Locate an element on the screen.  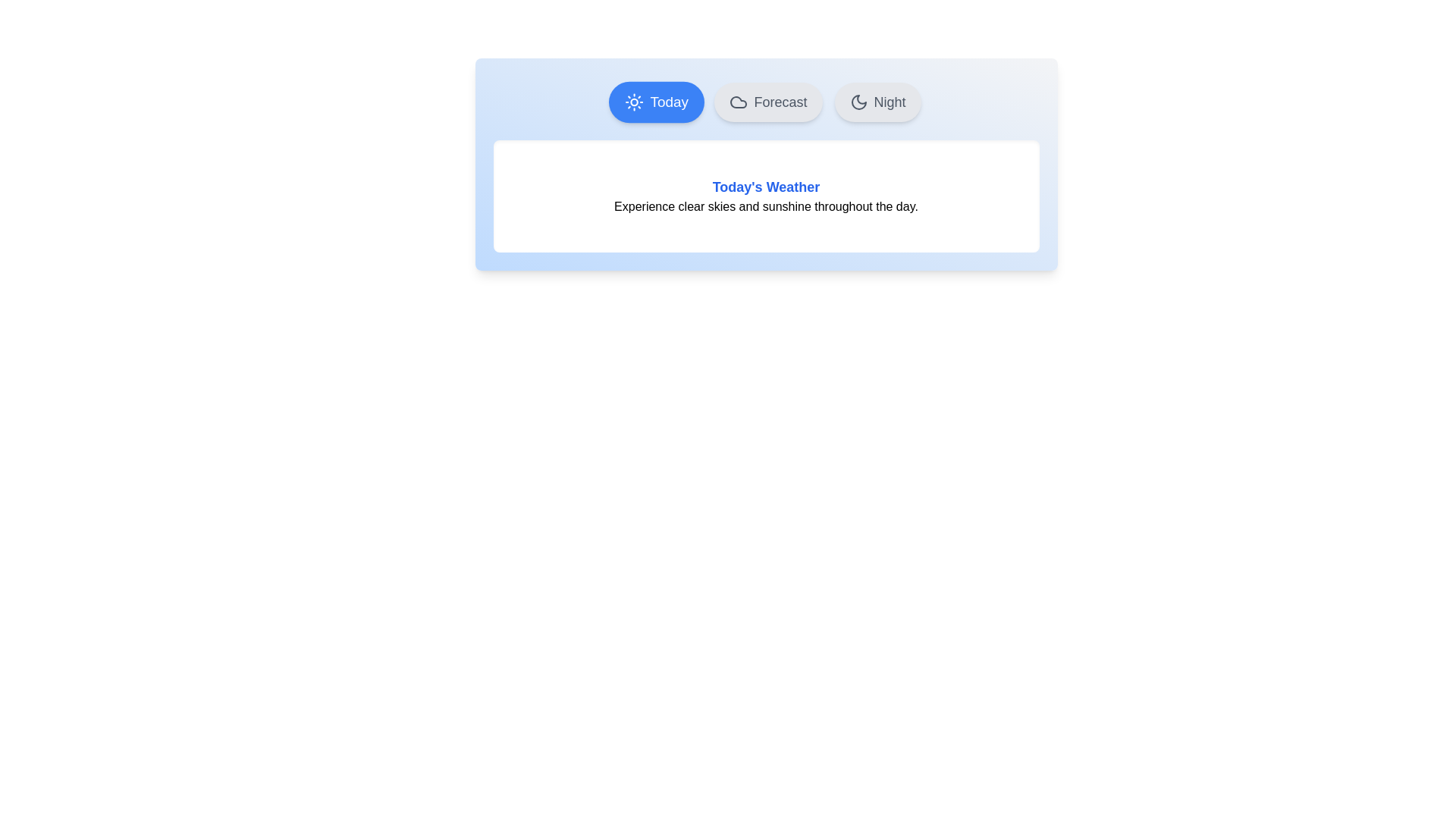
the Night tab by clicking on it is located at coordinates (877, 102).